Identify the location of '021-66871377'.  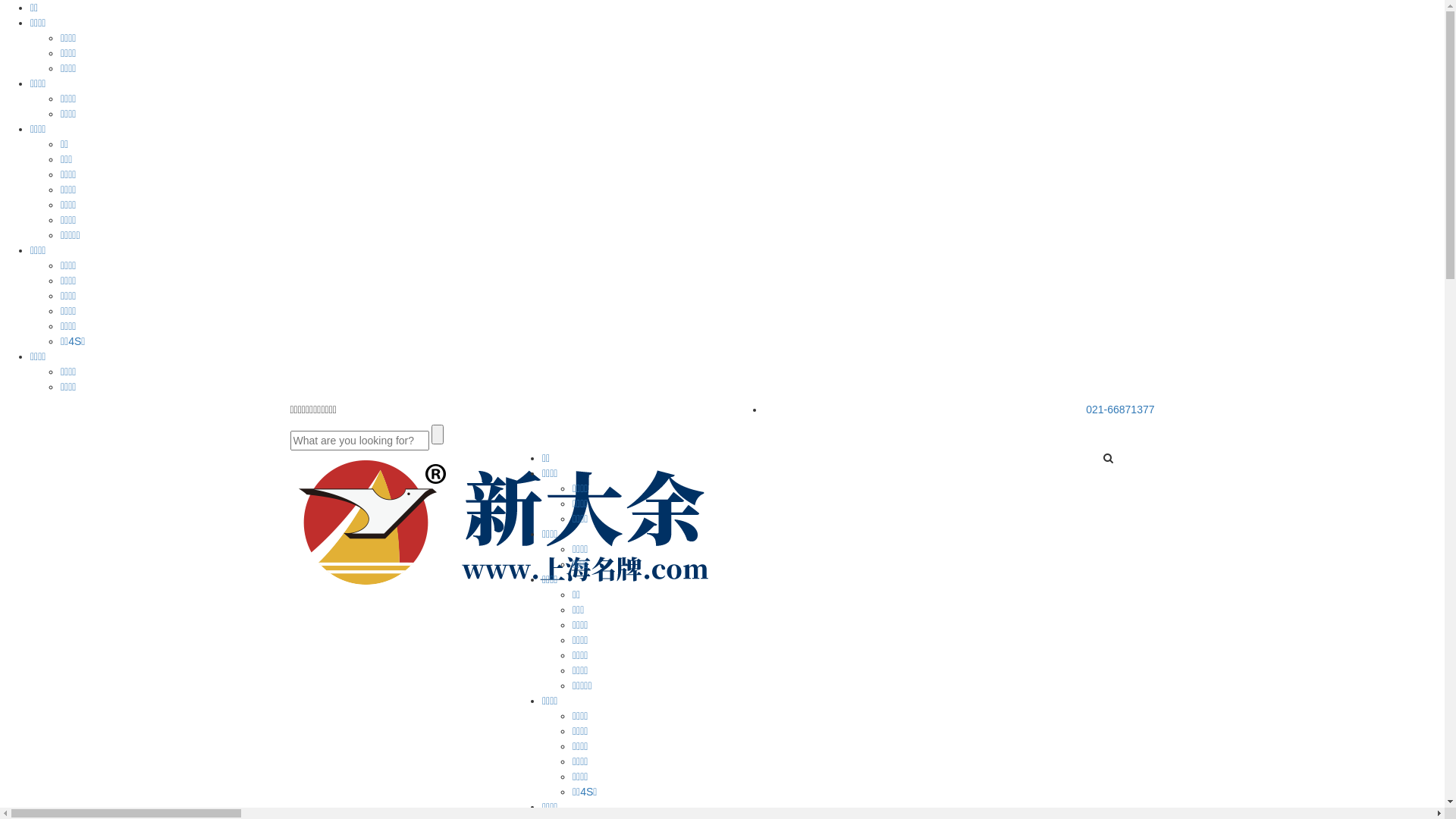
(1120, 409).